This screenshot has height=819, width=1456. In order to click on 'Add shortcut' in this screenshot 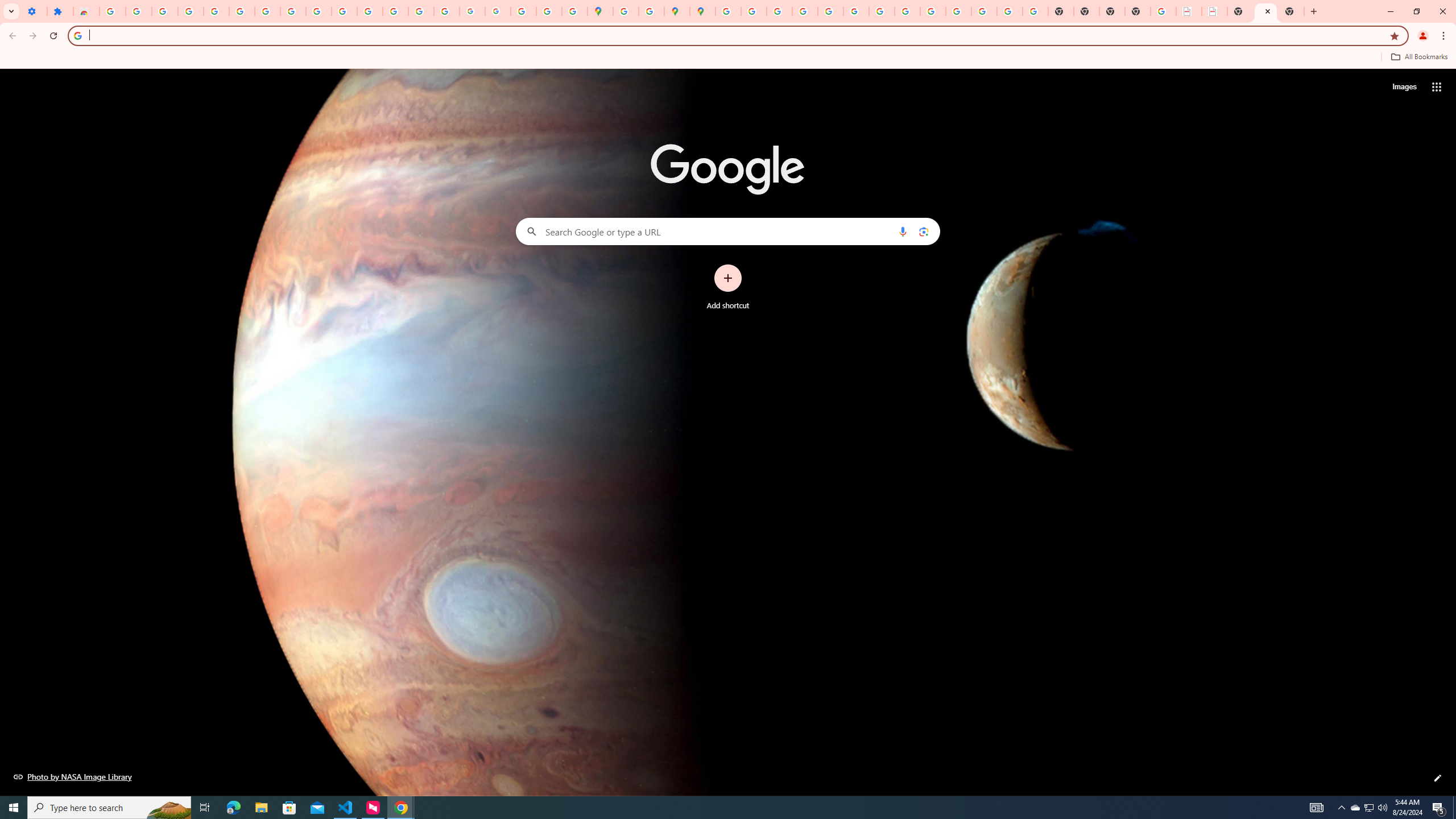, I will do `click(728, 287)`.